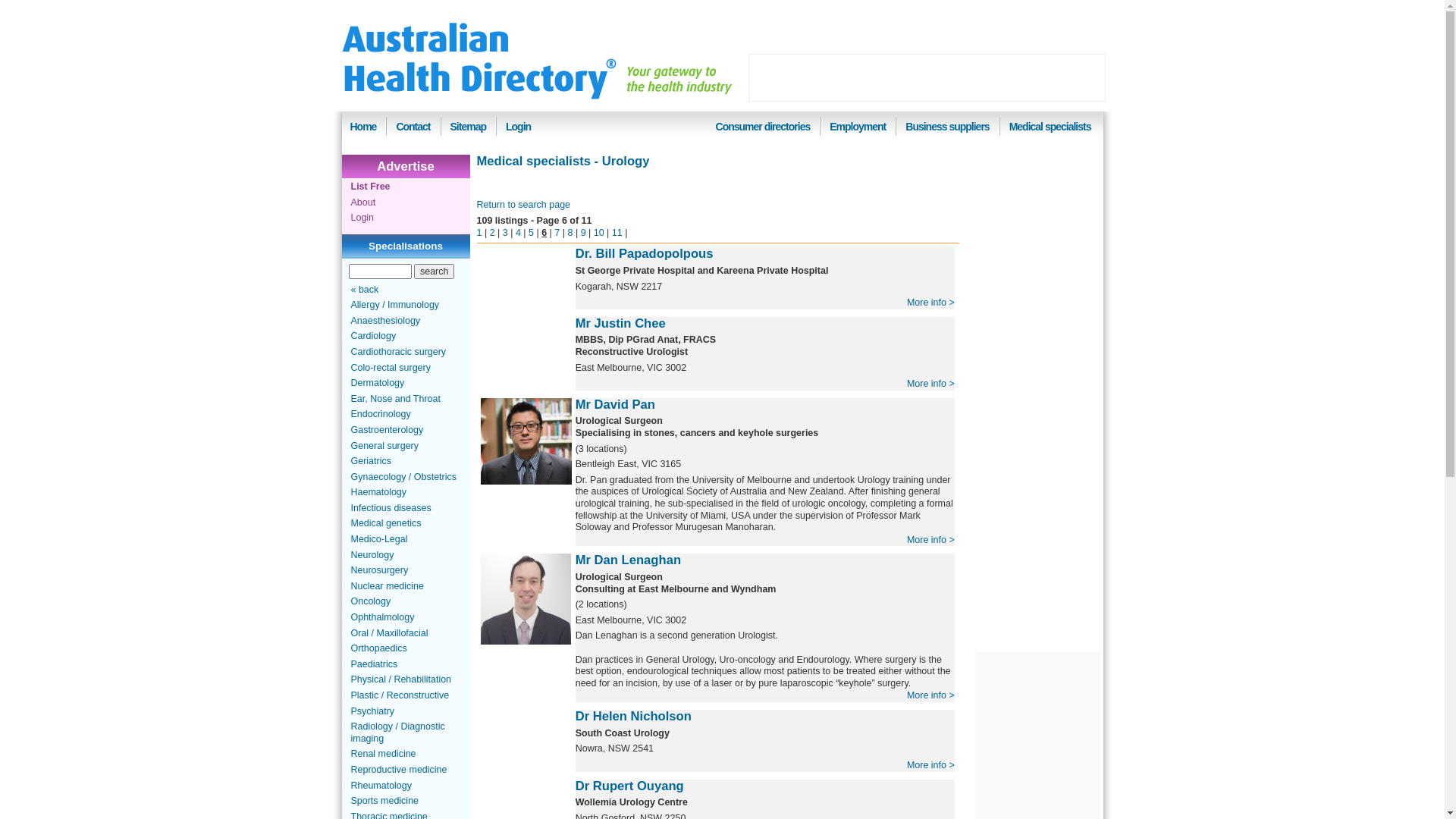 Image resolution: width=1456 pixels, height=819 pixels. Describe the element at coordinates (349, 731) in the screenshot. I see `'Radiology / Diagnostic imaging'` at that location.